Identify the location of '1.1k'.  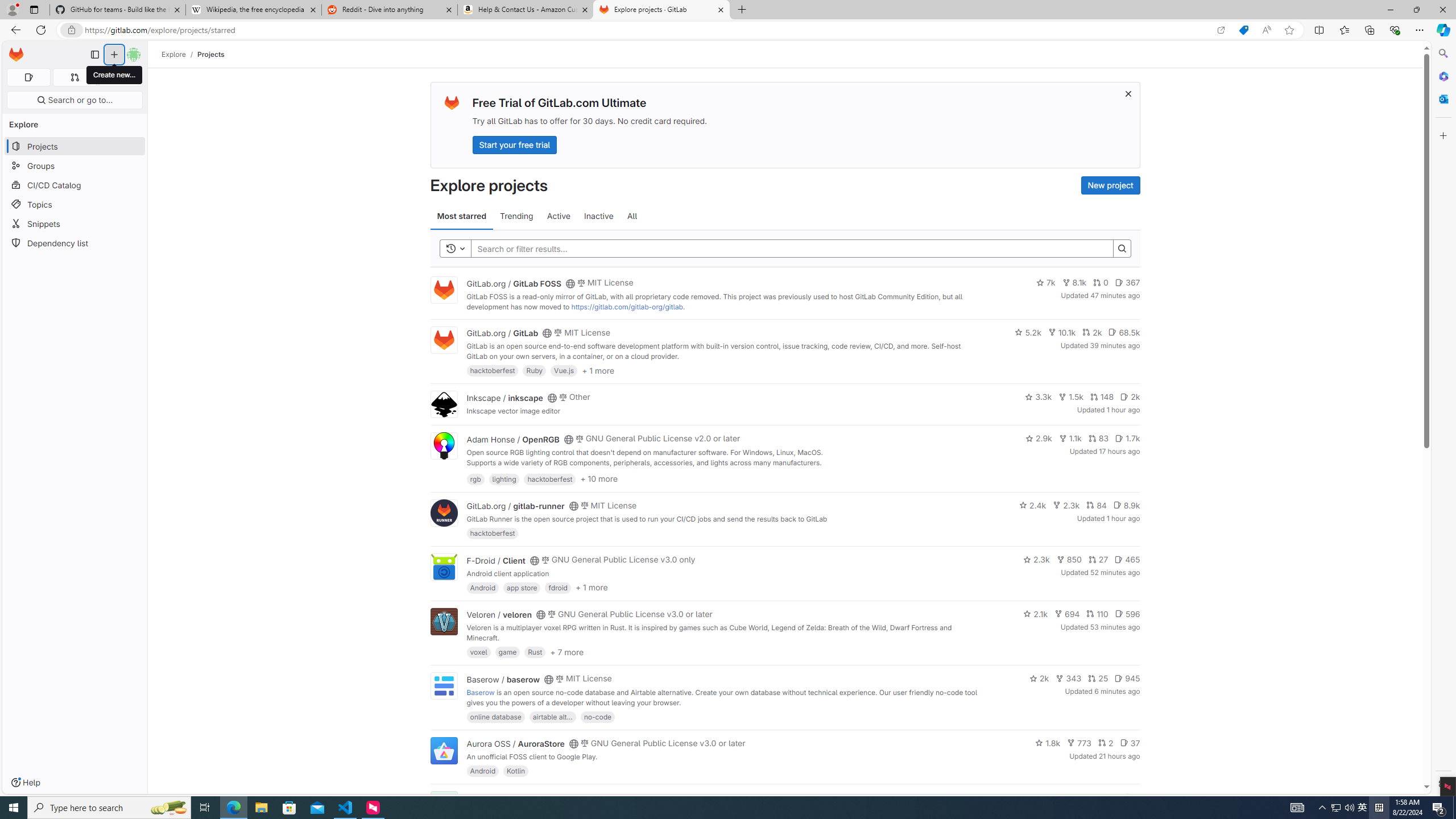
(1069, 438).